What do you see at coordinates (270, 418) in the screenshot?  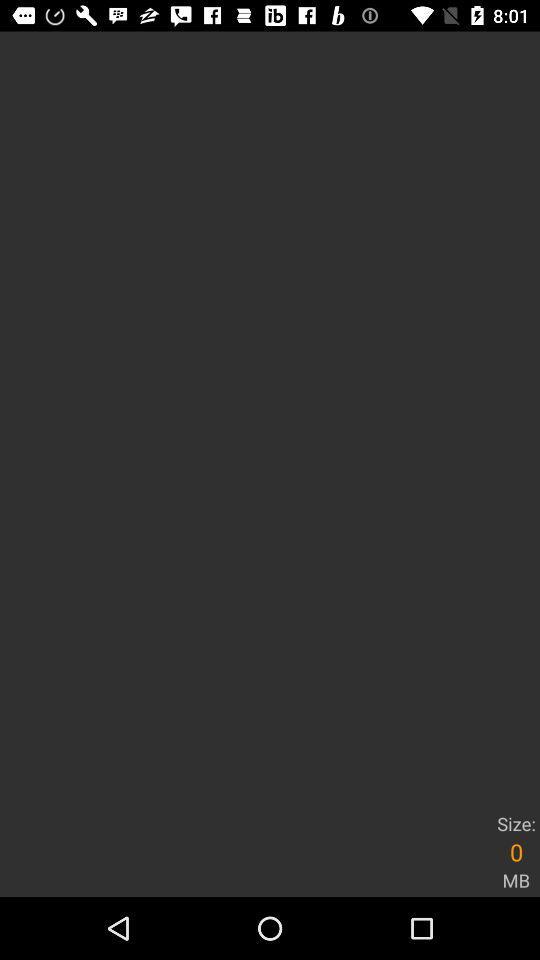 I see `the icon at the center` at bounding box center [270, 418].